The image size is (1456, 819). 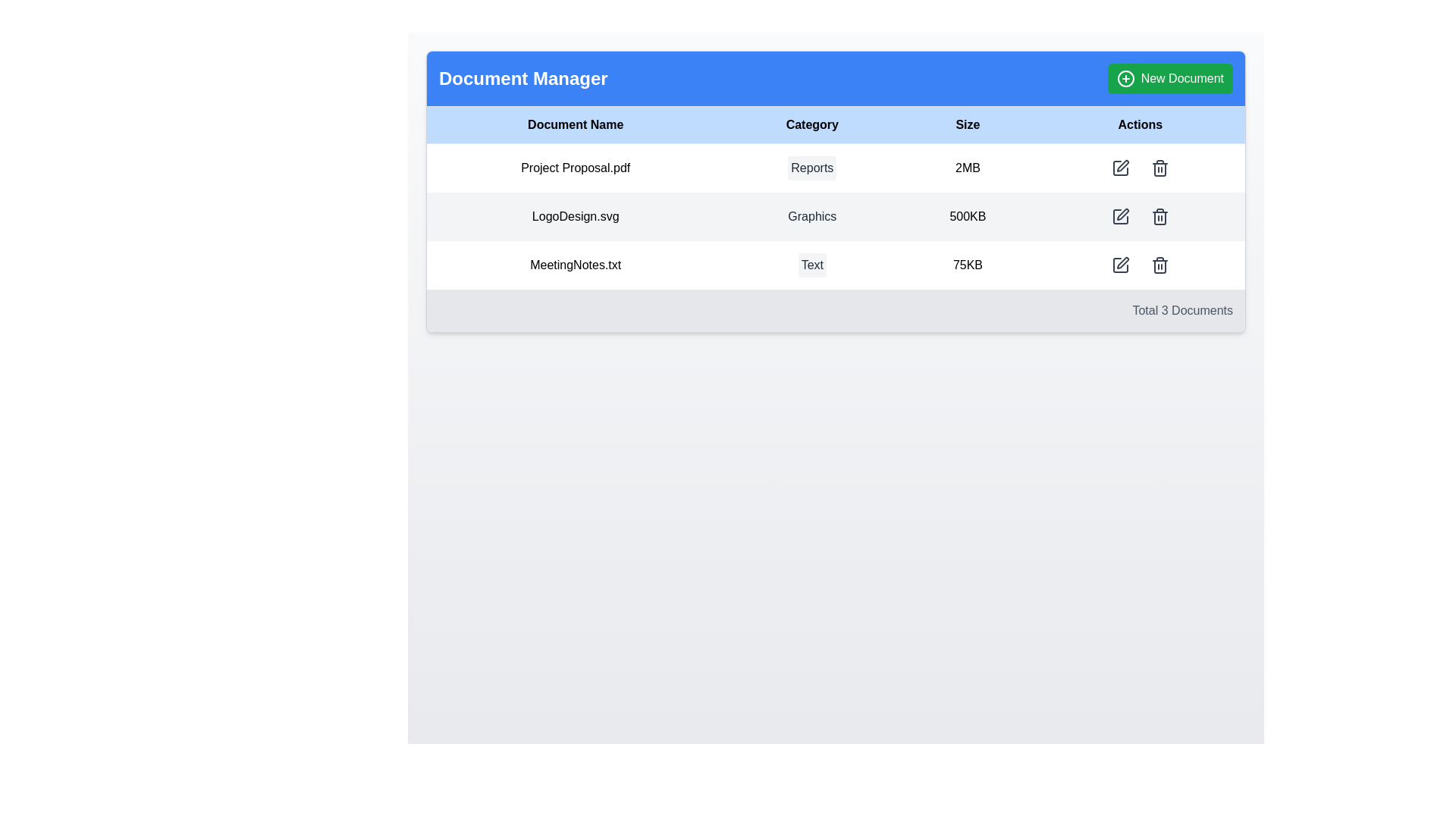 What do you see at coordinates (1125, 79) in the screenshot?
I see `the circular icon with a green outline and a white plus sign (+) located to the left of the 'New Document' text in the green button at the top-right corner of the interface` at bounding box center [1125, 79].